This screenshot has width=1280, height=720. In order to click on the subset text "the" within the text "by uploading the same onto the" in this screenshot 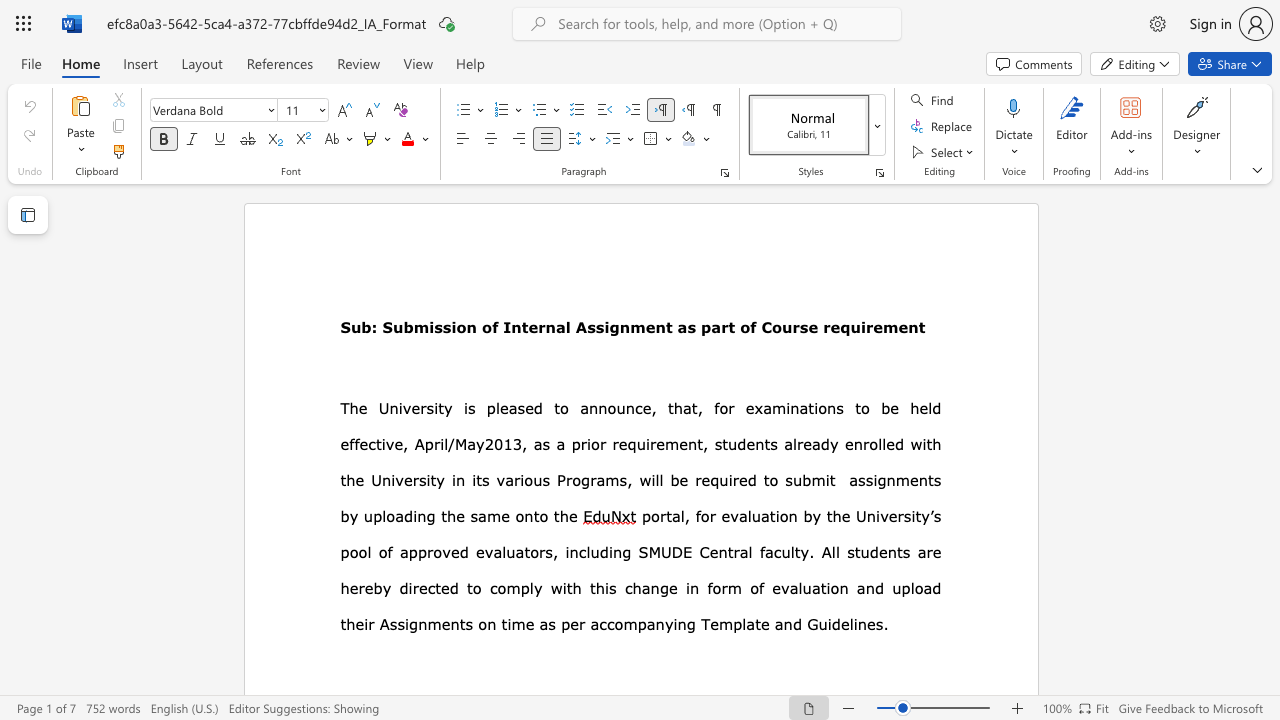, I will do `click(553, 515)`.